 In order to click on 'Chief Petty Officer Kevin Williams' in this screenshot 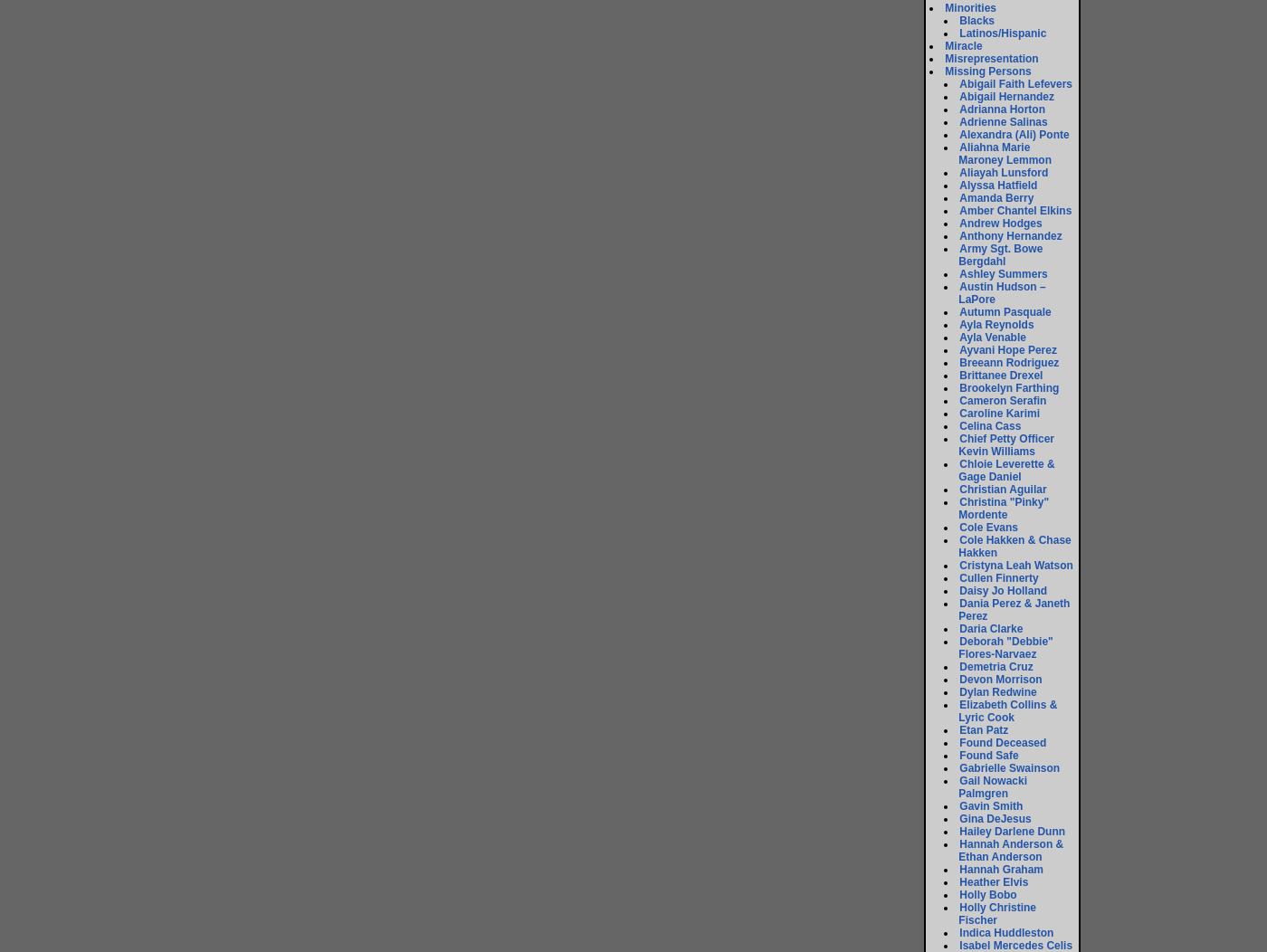, I will do `click(1006, 444)`.